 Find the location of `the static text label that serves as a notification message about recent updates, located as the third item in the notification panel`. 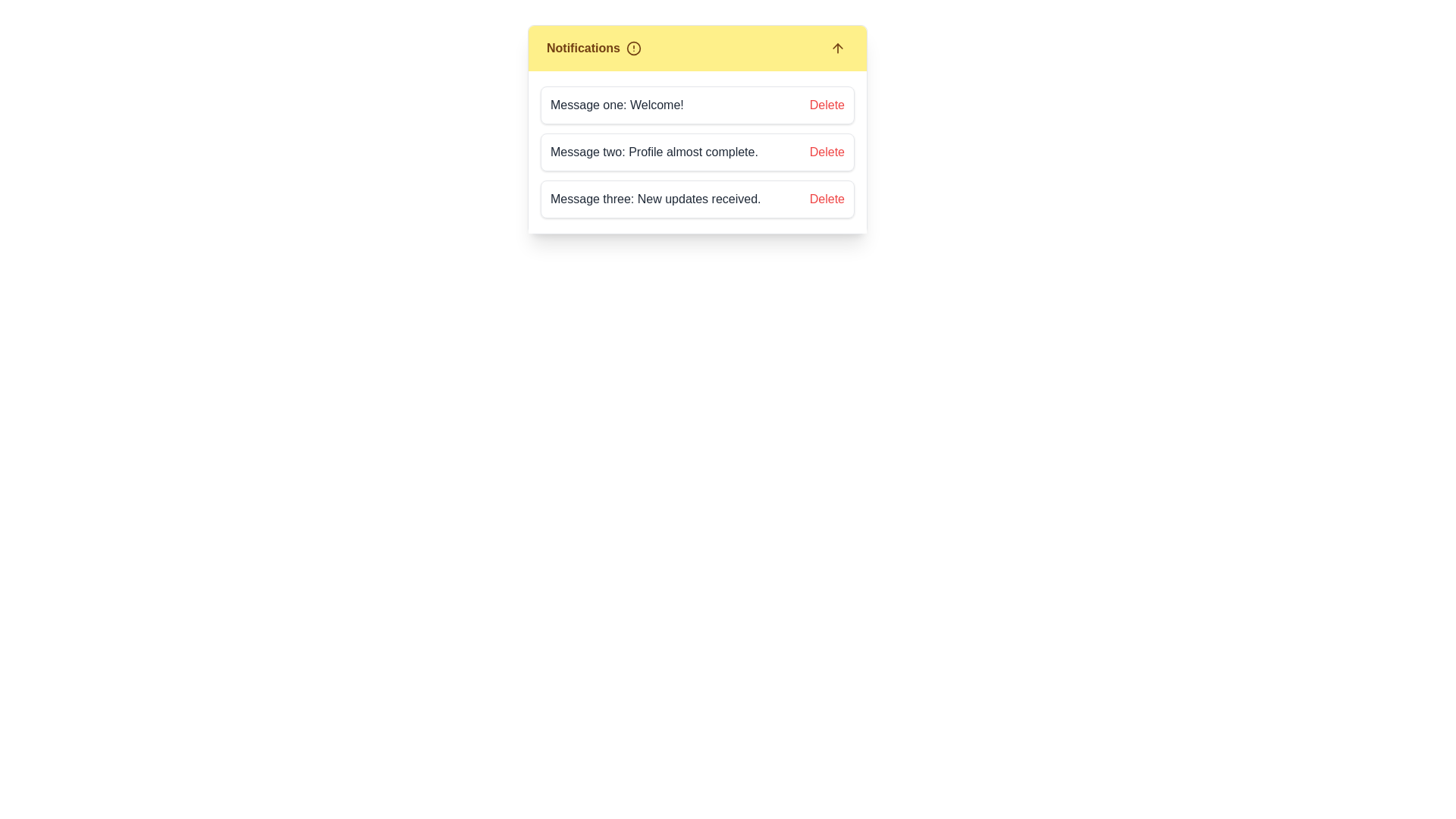

the static text label that serves as a notification message about recent updates, located as the third item in the notification panel is located at coordinates (658, 198).